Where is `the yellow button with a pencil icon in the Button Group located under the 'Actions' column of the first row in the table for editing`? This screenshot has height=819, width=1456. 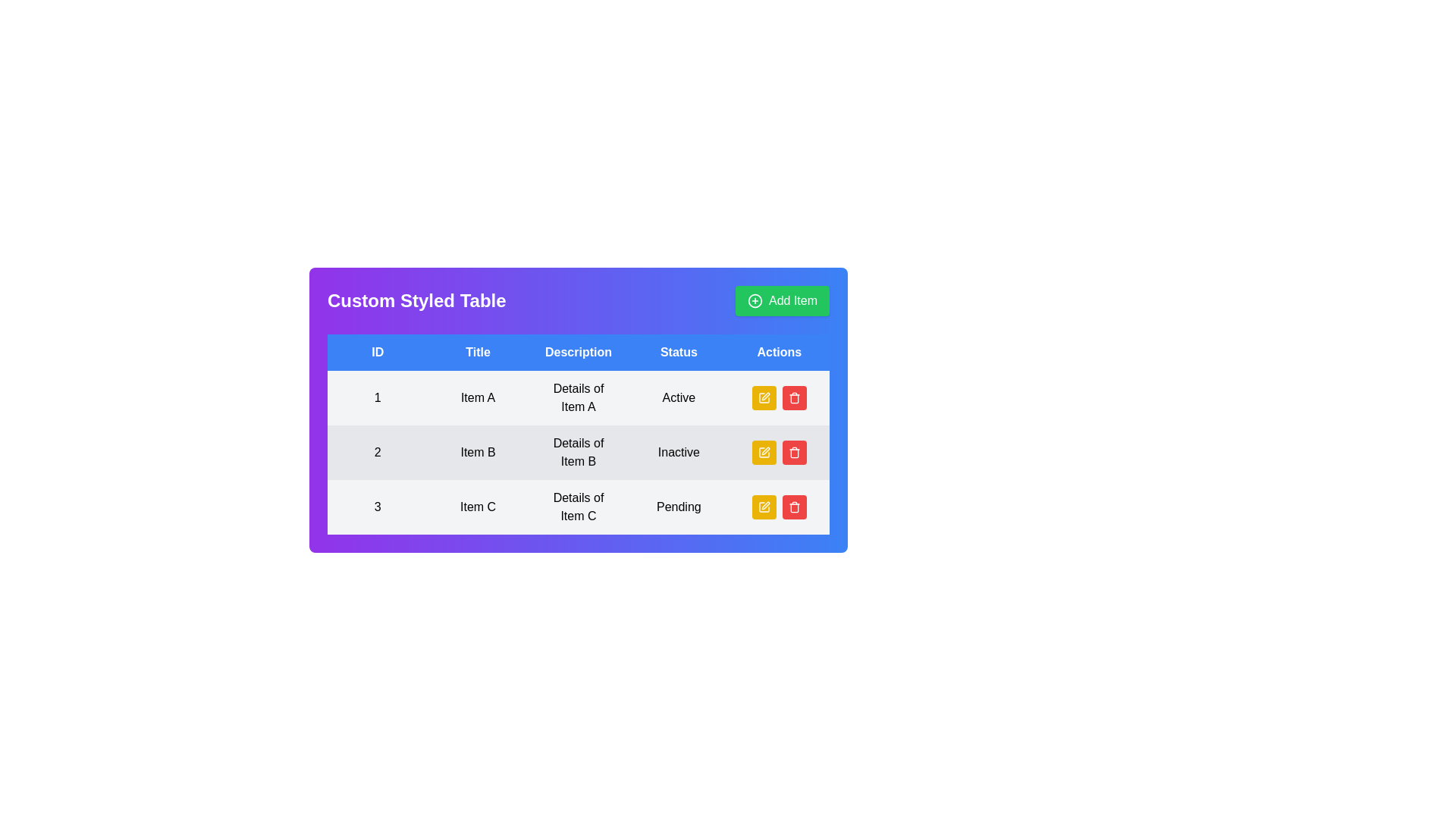 the yellow button with a pencil icon in the Button Group located under the 'Actions' column of the first row in the table for editing is located at coordinates (779, 397).